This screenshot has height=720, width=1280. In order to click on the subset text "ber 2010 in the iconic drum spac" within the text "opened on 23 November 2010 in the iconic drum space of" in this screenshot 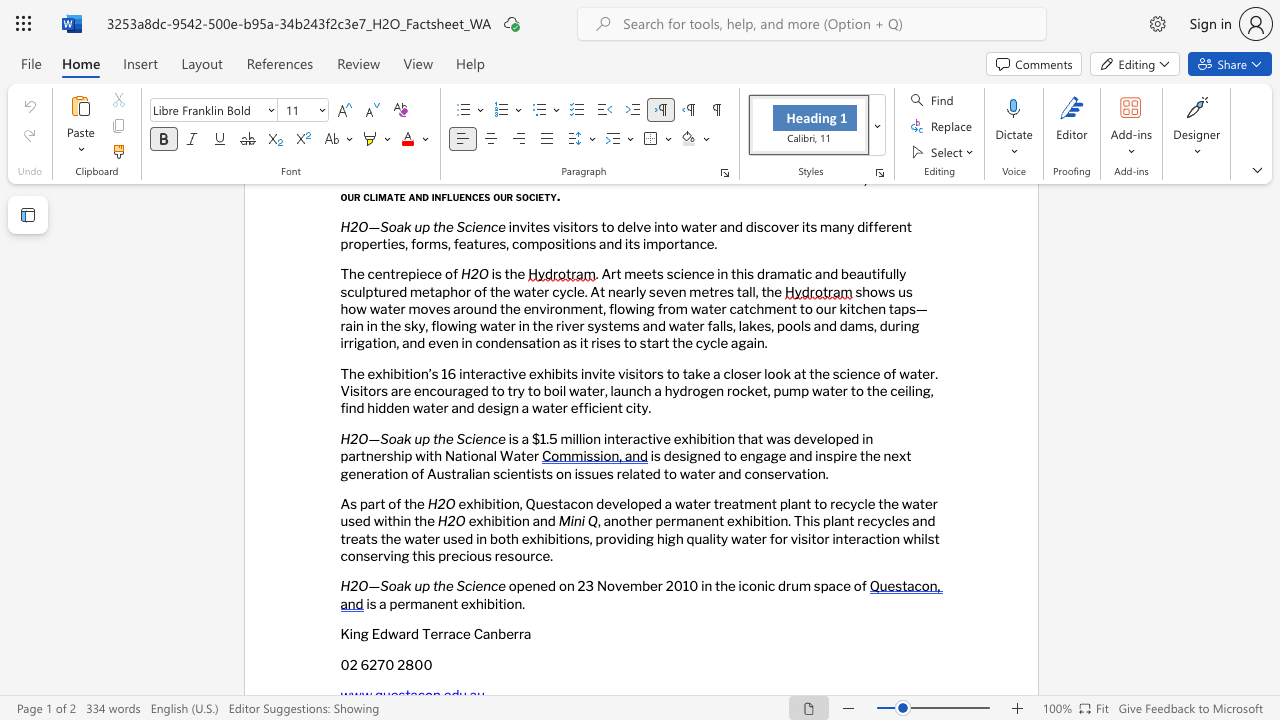, I will do `click(642, 585)`.